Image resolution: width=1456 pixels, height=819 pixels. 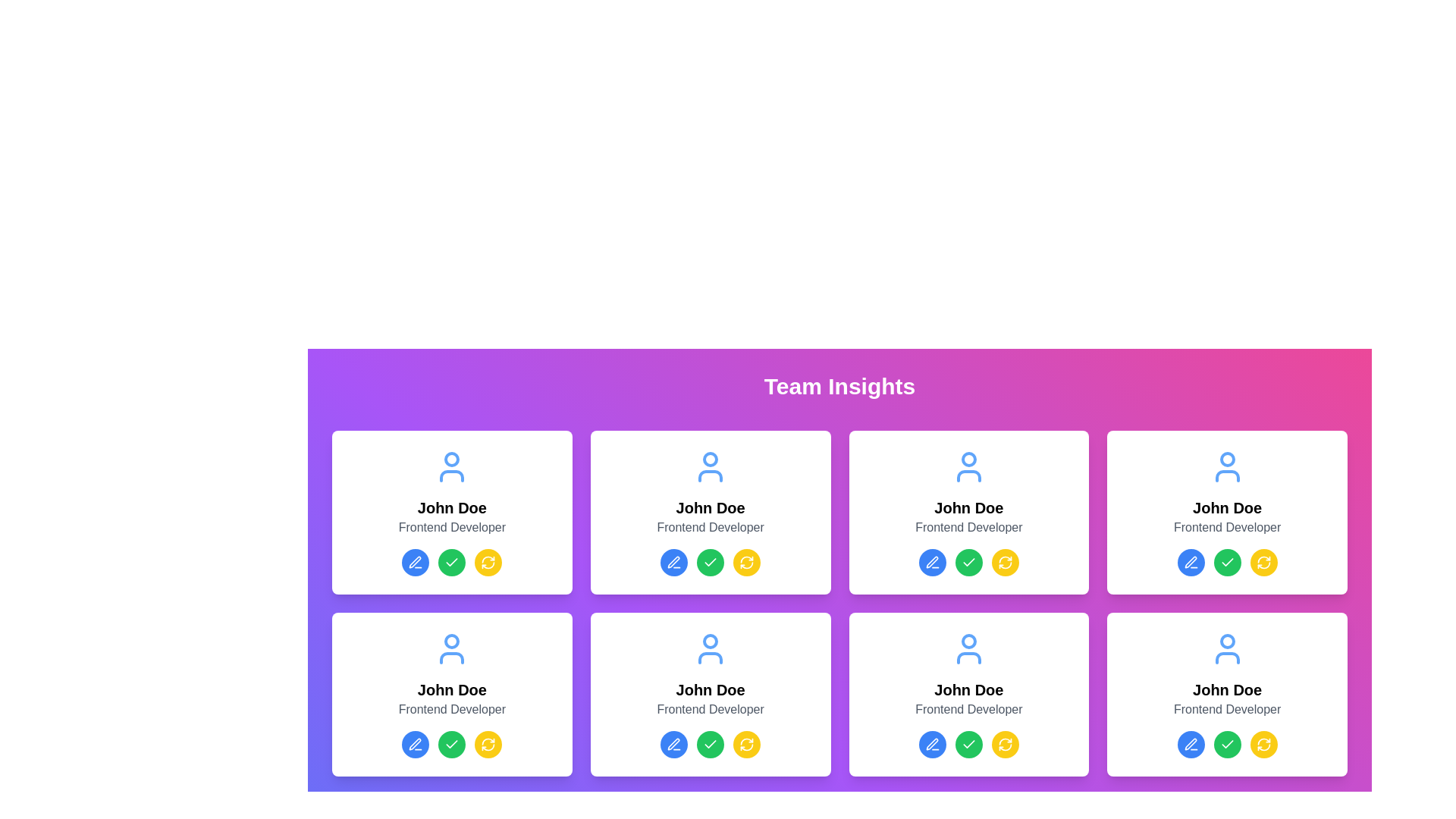 I want to click on the pencil icon, which is styled as a vector graphic and indicates edit functionality, located within a circular blue button at the bottom-left corner of the second row of cards, so click(x=416, y=744).